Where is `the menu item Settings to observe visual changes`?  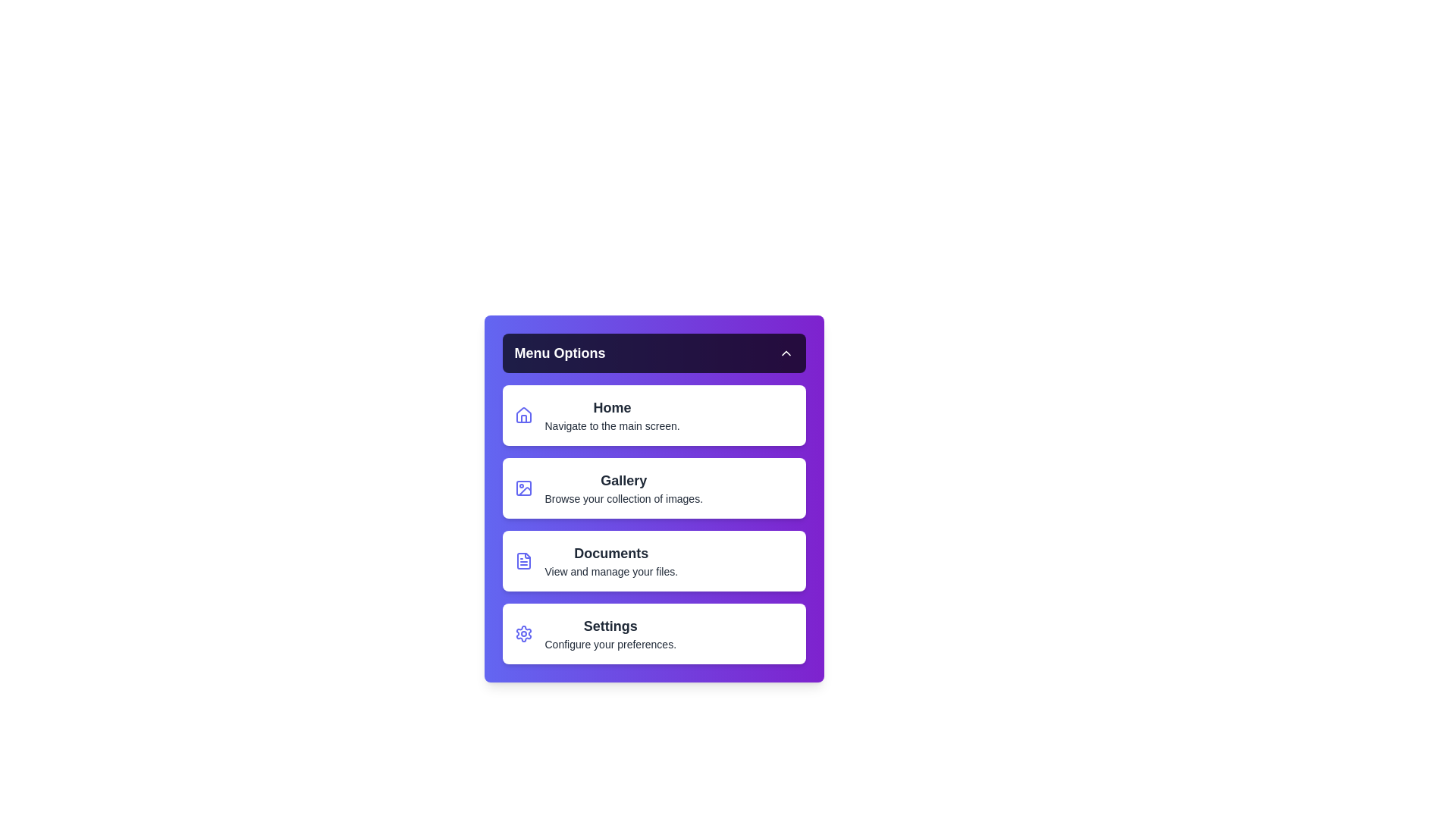
the menu item Settings to observe visual changes is located at coordinates (654, 634).